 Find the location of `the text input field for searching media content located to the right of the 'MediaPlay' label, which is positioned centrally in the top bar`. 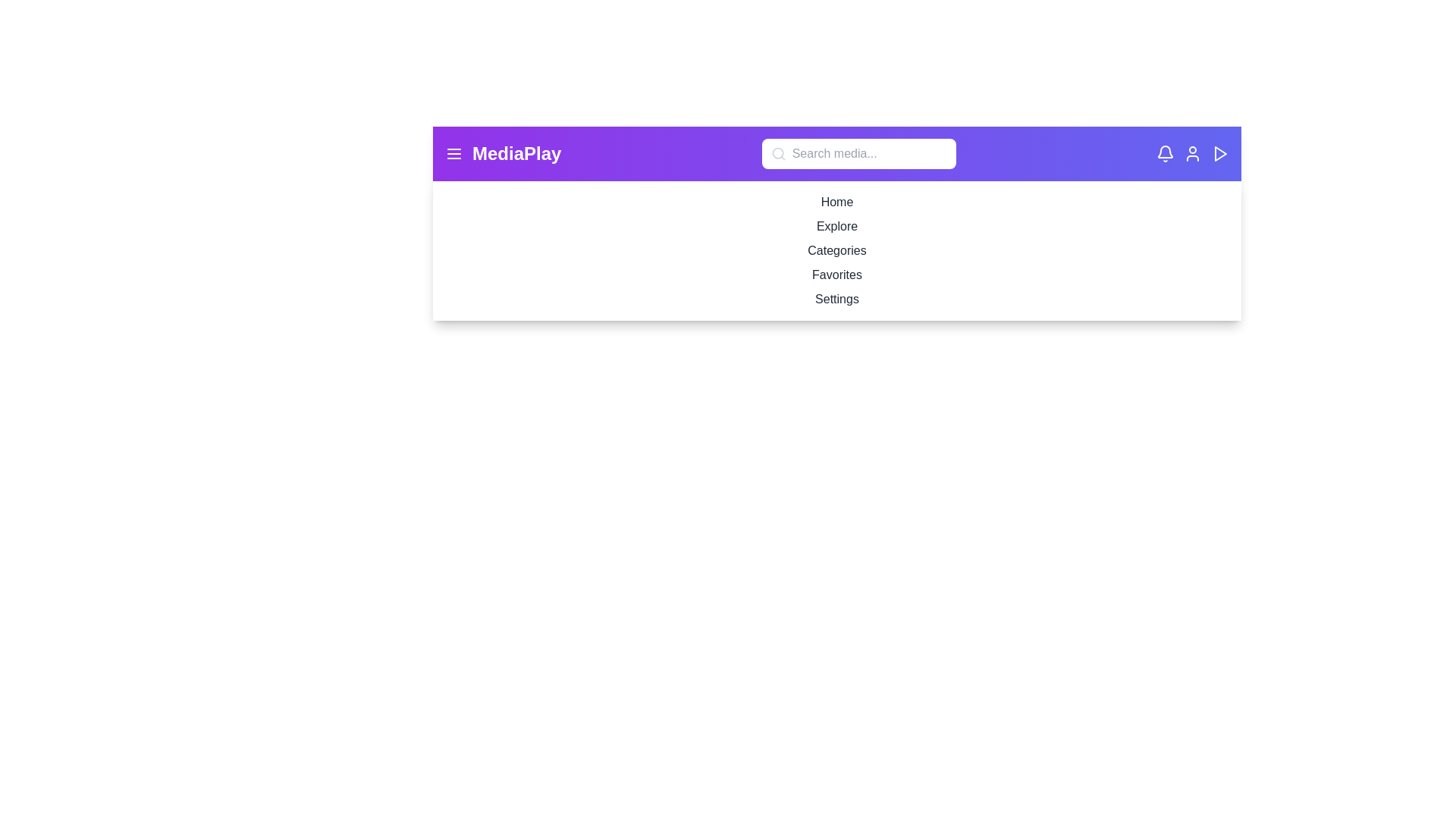

the text input field for searching media content located to the right of the 'MediaPlay' label, which is positioned centrally in the top bar is located at coordinates (858, 154).